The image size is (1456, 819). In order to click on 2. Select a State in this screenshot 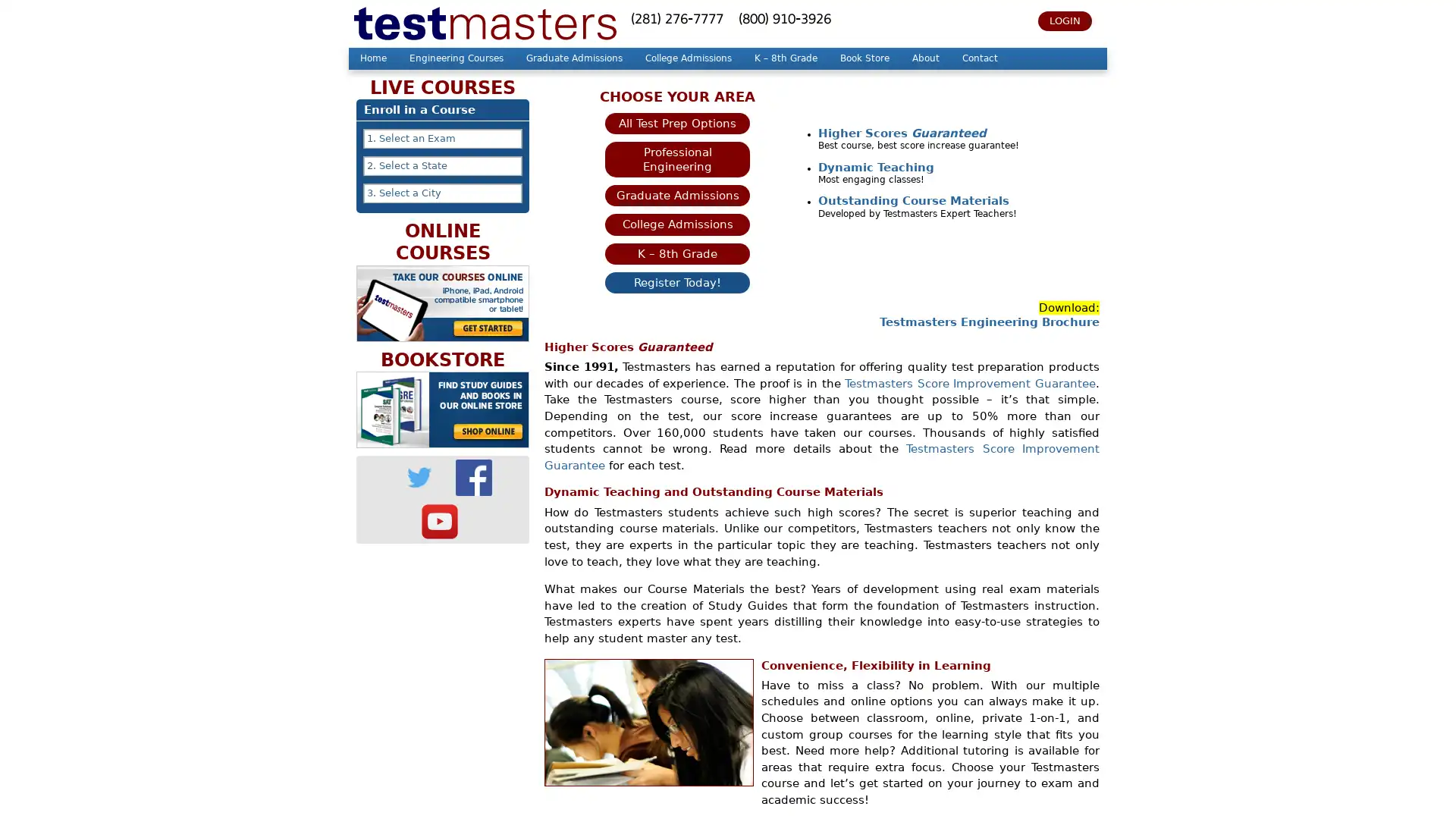, I will do `click(442, 166)`.